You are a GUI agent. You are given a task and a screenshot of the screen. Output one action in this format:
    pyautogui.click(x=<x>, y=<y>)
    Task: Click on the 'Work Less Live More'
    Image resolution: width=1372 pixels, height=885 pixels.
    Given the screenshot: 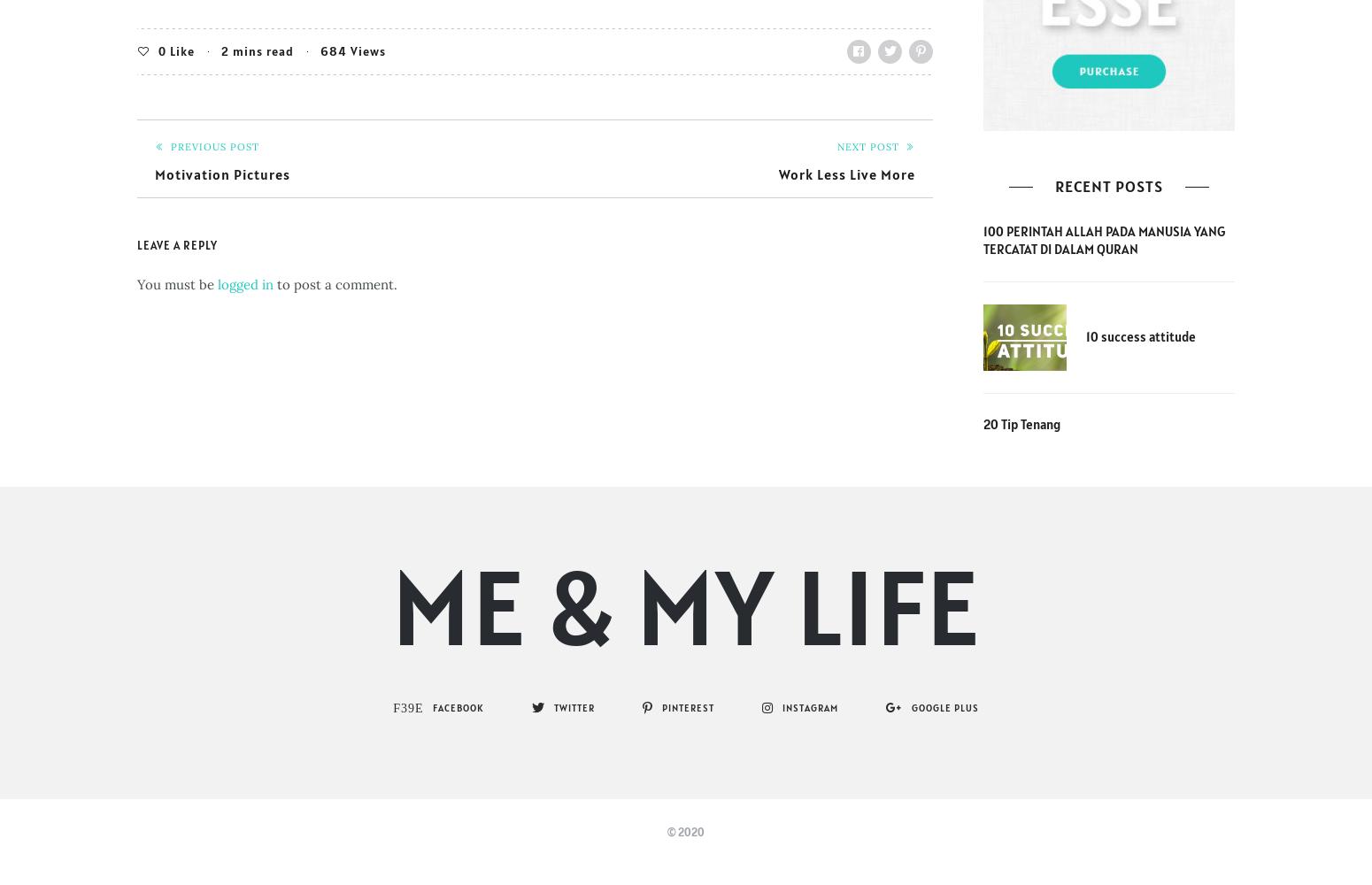 What is the action you would take?
    pyautogui.click(x=845, y=173)
    